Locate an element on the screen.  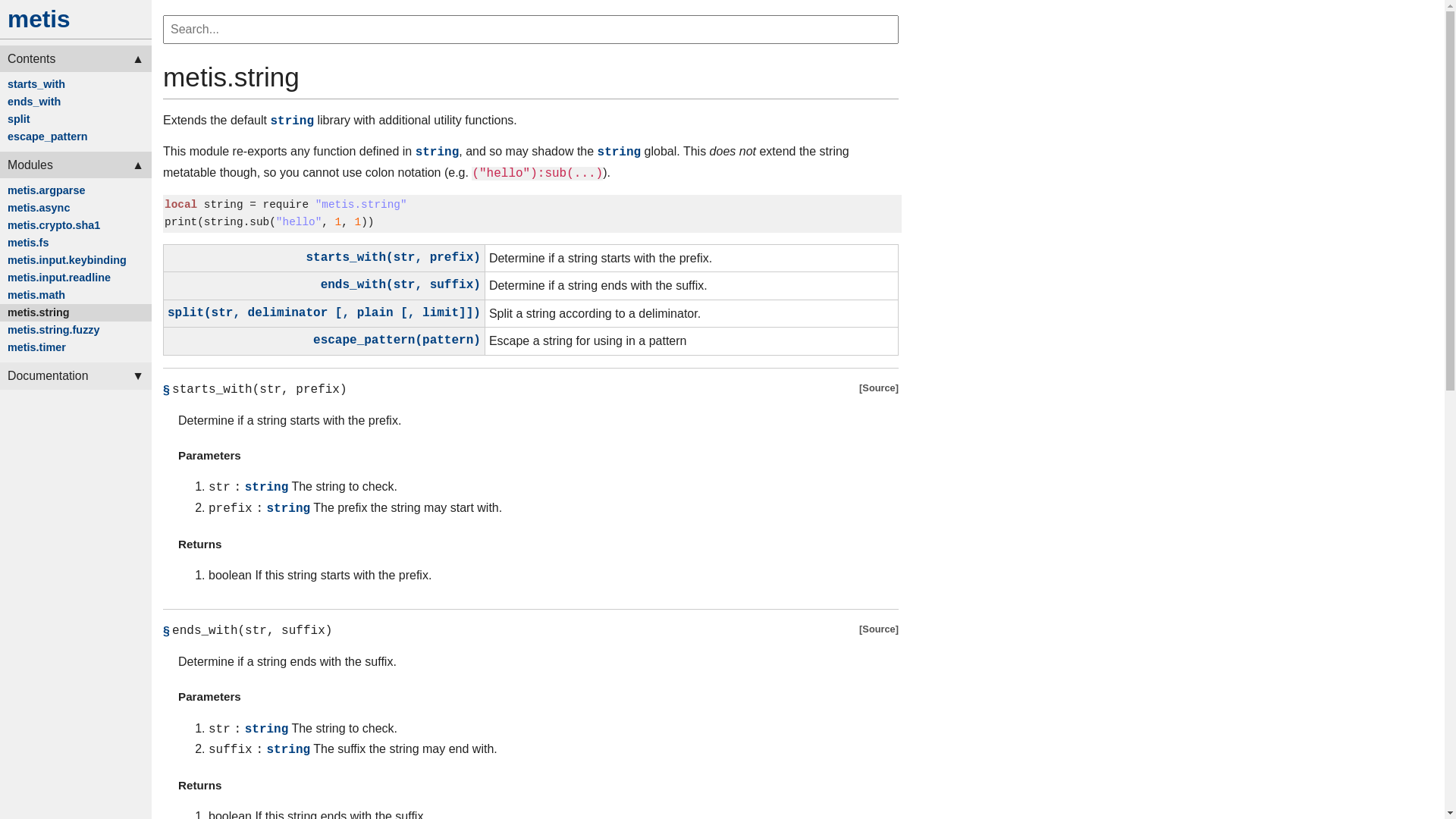
'string ' is located at coordinates (225, 205).